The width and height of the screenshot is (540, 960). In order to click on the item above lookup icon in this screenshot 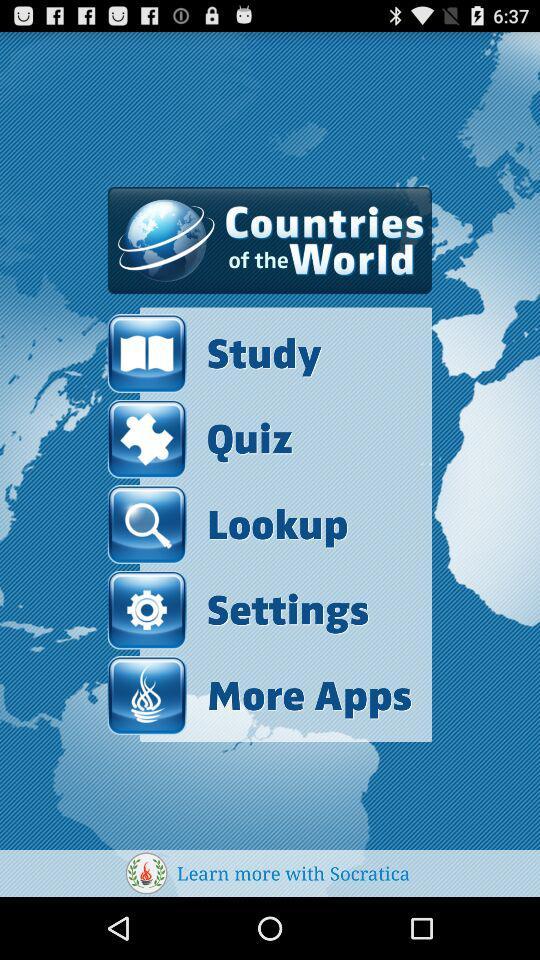, I will do `click(200, 439)`.